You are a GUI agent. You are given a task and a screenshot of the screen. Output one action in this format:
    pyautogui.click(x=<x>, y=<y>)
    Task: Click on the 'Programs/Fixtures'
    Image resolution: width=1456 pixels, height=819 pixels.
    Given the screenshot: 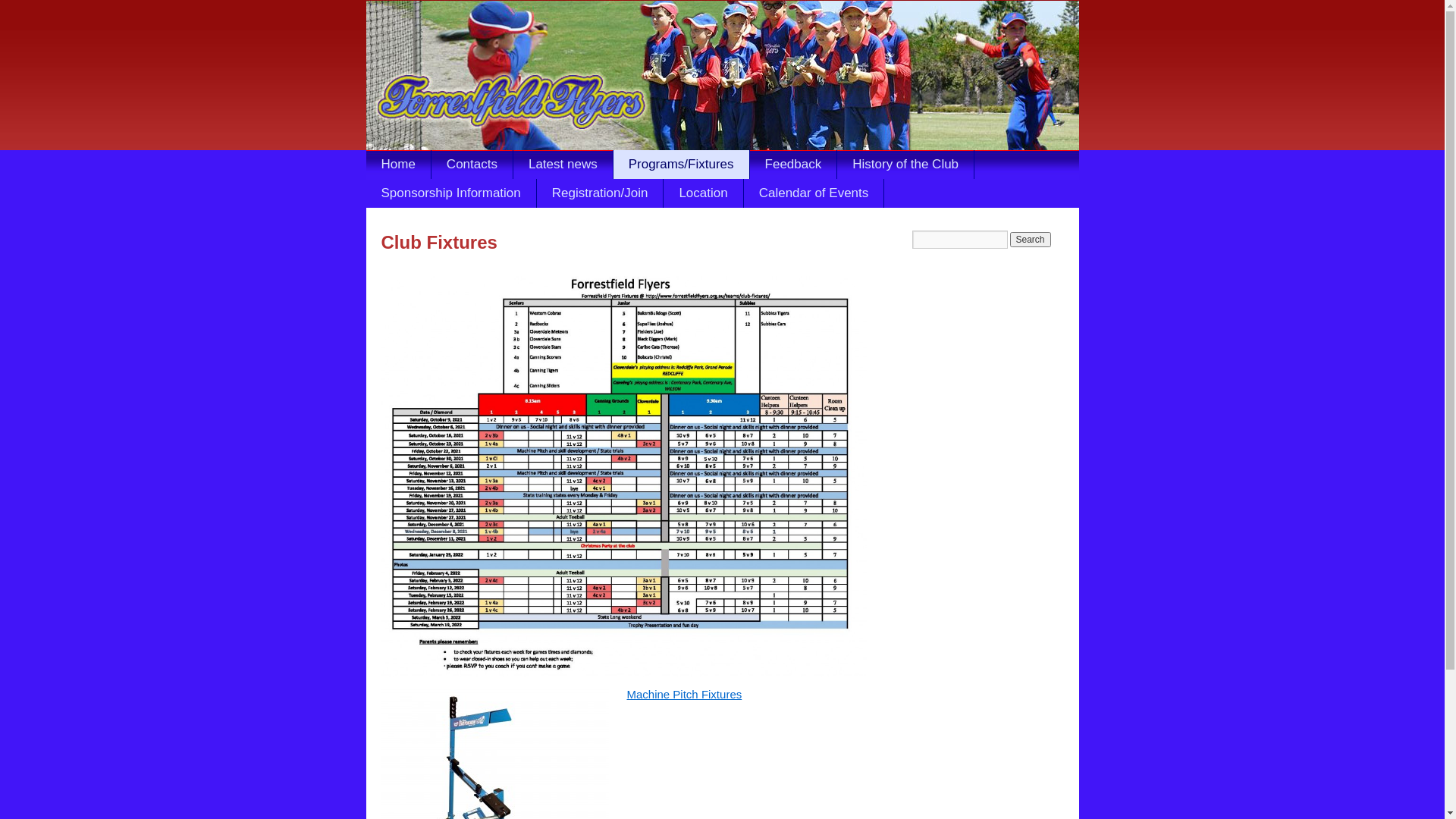 What is the action you would take?
    pyautogui.click(x=680, y=164)
    